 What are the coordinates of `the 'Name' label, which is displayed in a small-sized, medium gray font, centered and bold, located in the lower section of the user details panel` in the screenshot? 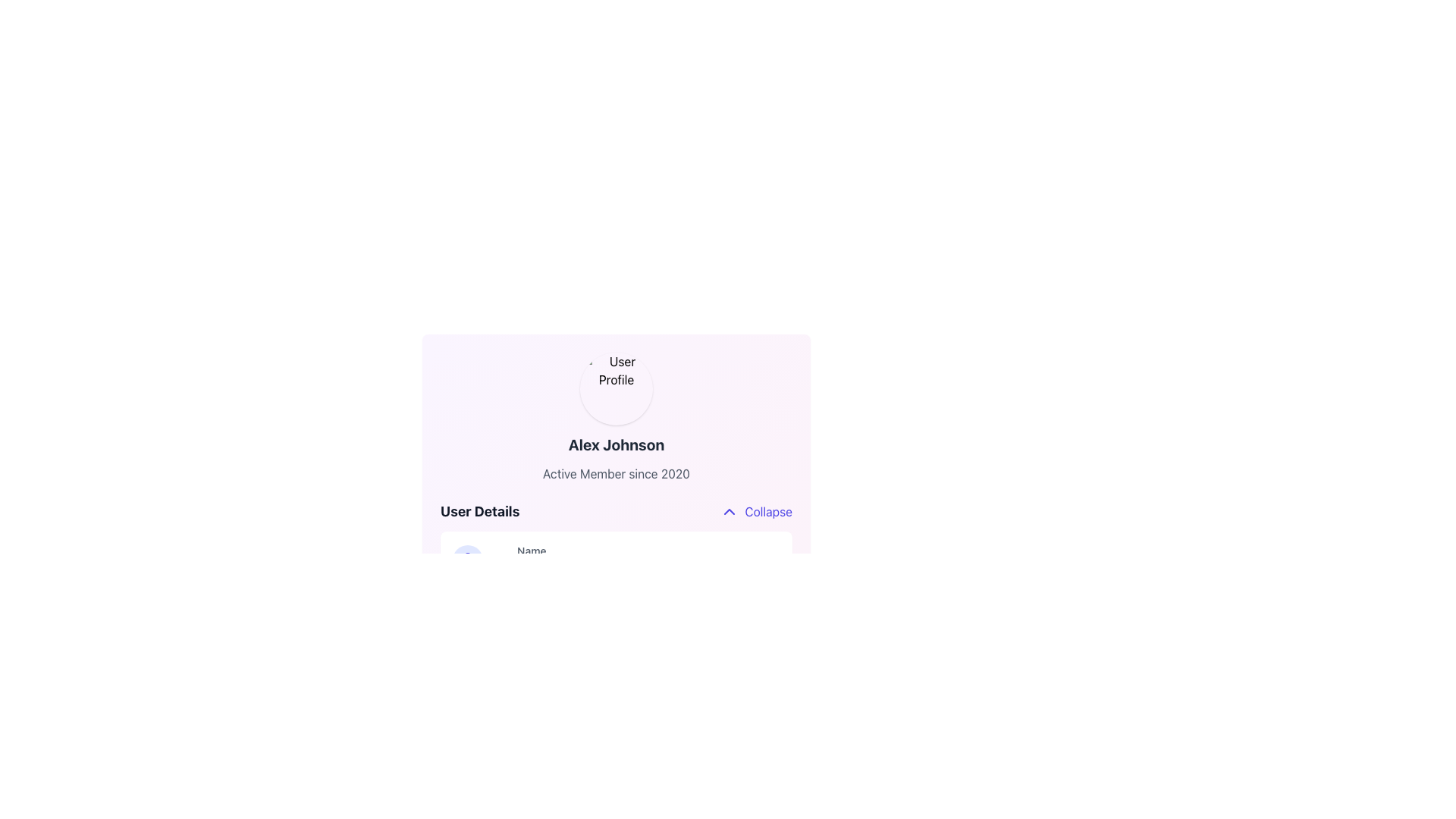 It's located at (532, 560).